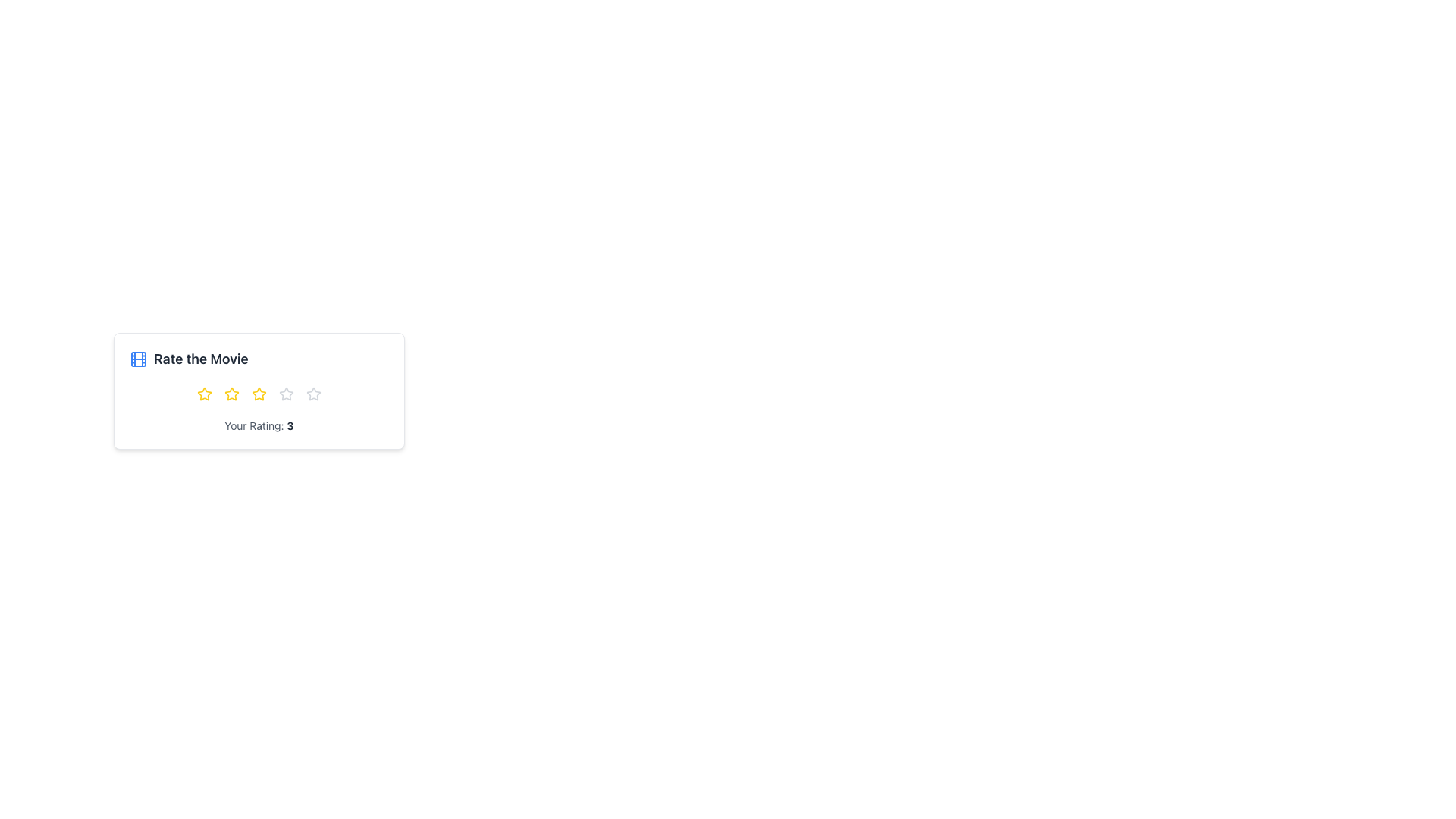  Describe the element at coordinates (259, 391) in the screenshot. I see `descriptive text of the movie rating component located in the upper-left quadrant, which contains interactive stars indicating the rating level and a numeric rating below` at that location.